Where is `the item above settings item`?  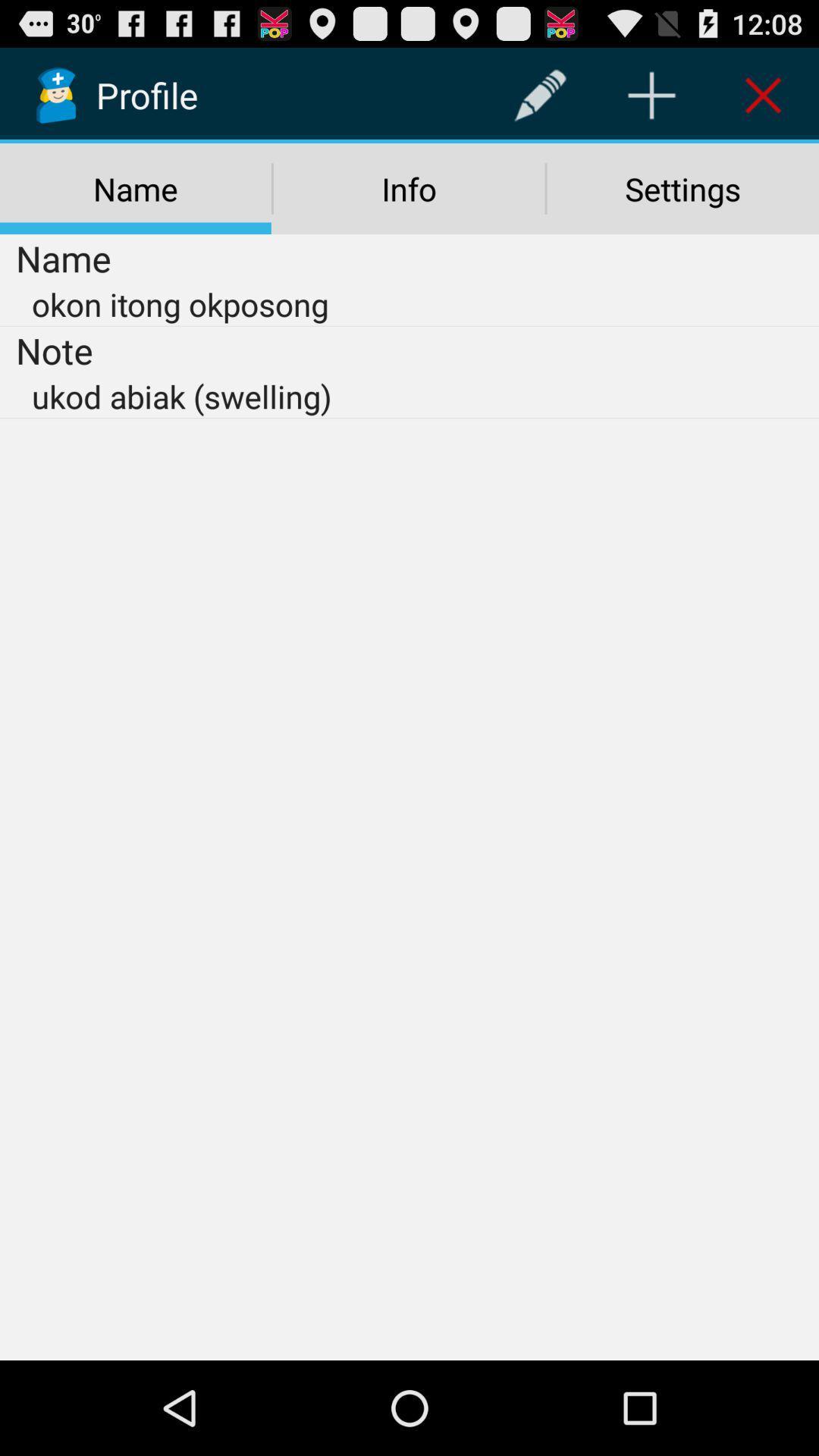
the item above settings item is located at coordinates (763, 94).